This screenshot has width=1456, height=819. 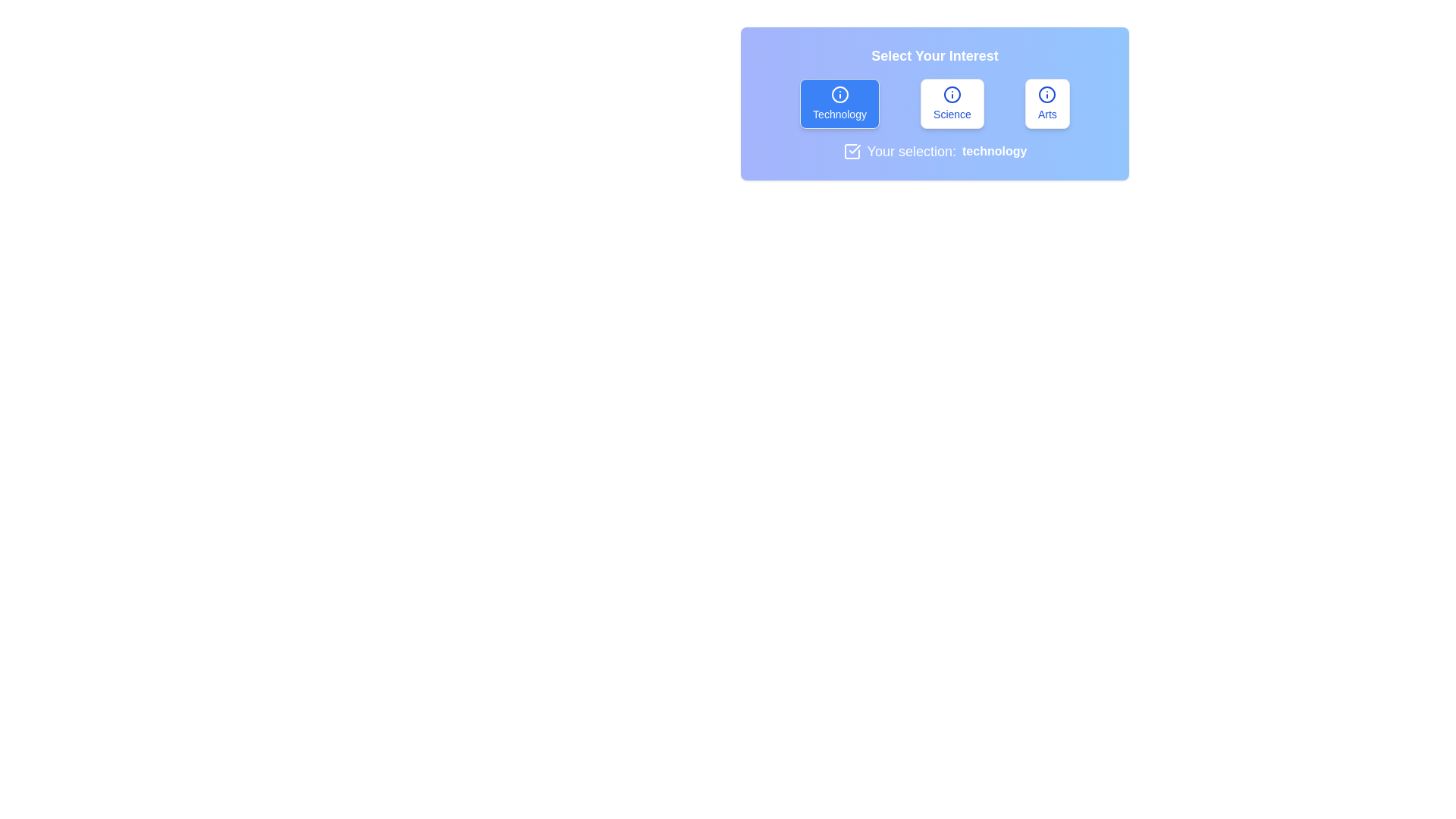 I want to click on the icon within the button labeled arts to select that interest, so click(x=1046, y=103).